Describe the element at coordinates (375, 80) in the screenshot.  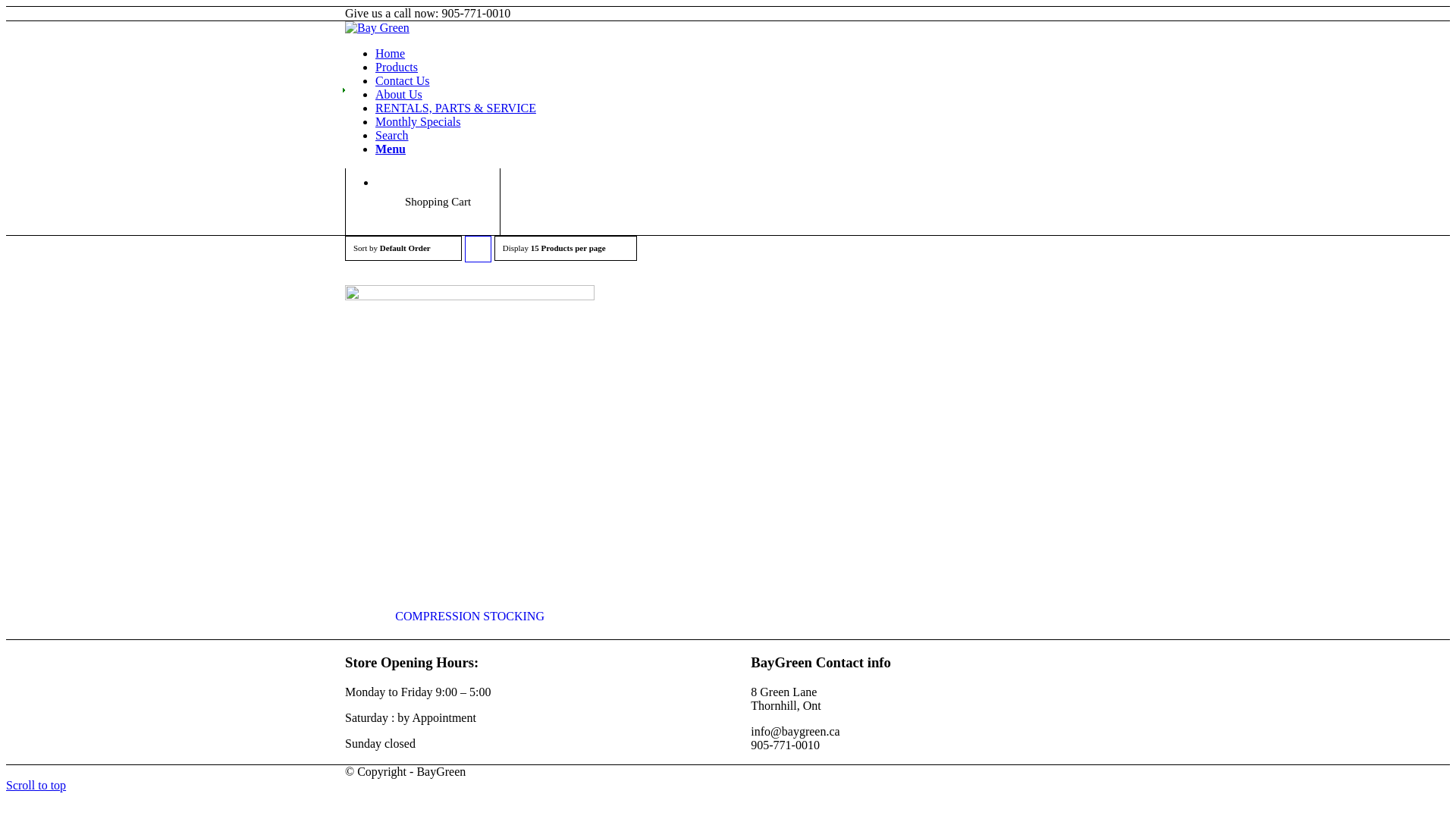
I see `'Contact Us'` at that location.